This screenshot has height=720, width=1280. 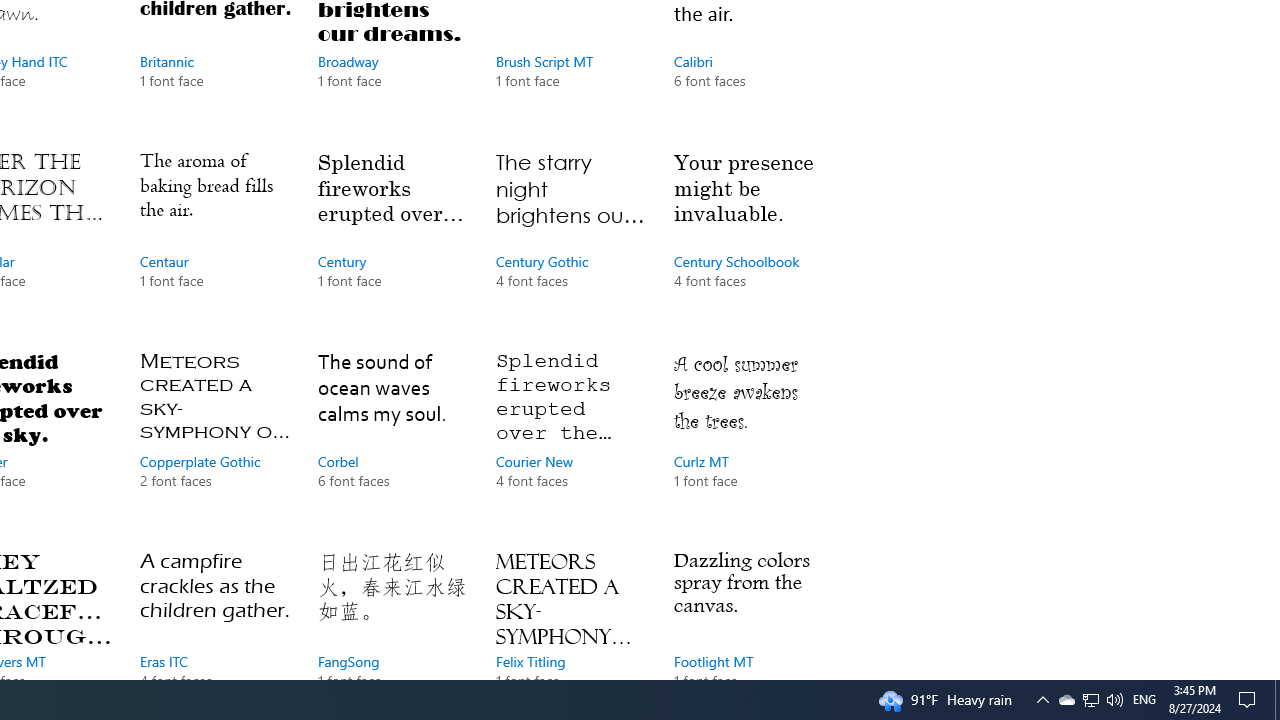 What do you see at coordinates (215, 438) in the screenshot?
I see `'Copperplate Gothic, 2 font faces'` at bounding box center [215, 438].